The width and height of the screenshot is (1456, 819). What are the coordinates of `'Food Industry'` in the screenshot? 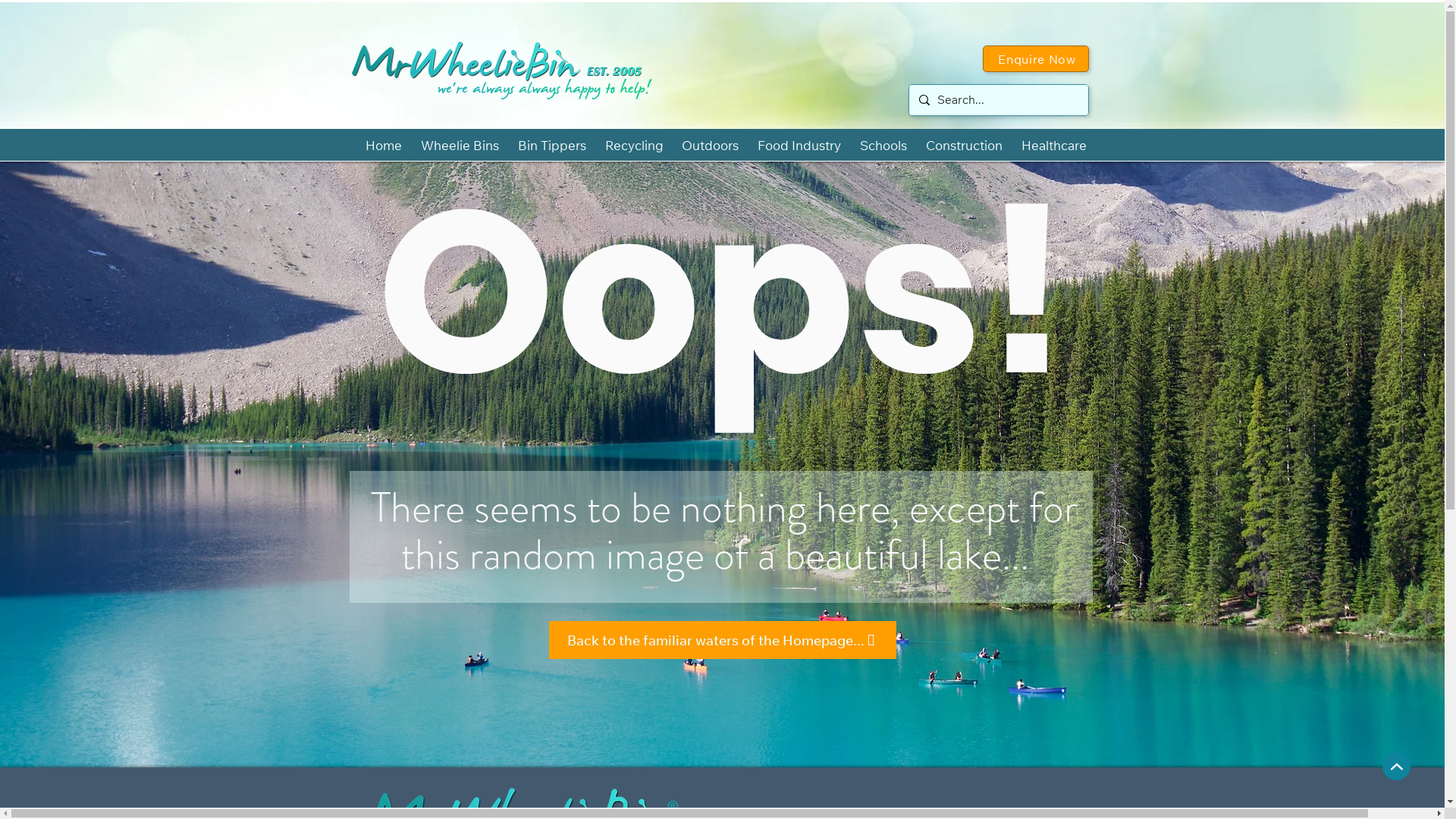 It's located at (798, 145).